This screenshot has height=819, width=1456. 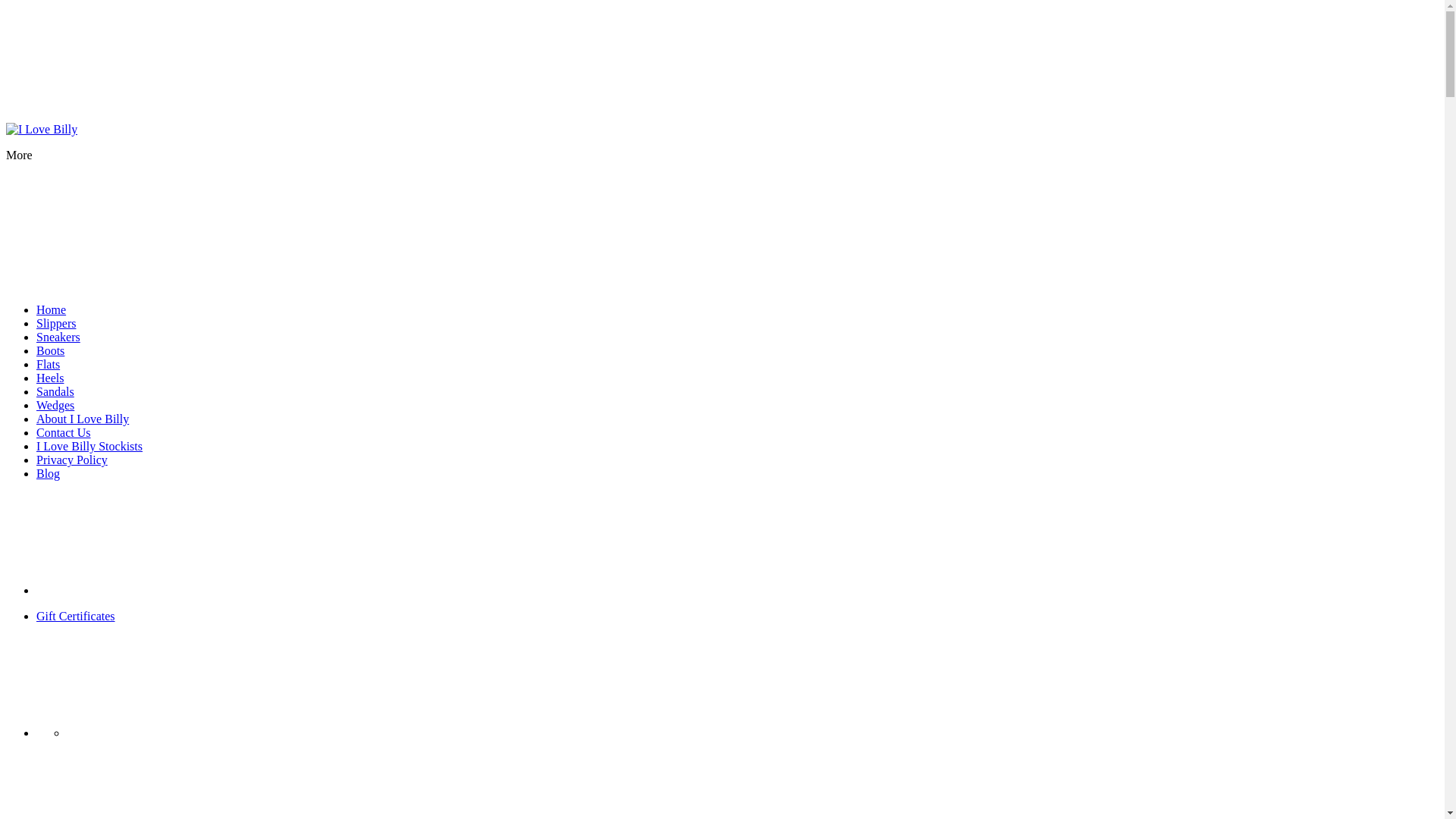 What do you see at coordinates (41, 128) in the screenshot?
I see `'I Love Billy'` at bounding box center [41, 128].